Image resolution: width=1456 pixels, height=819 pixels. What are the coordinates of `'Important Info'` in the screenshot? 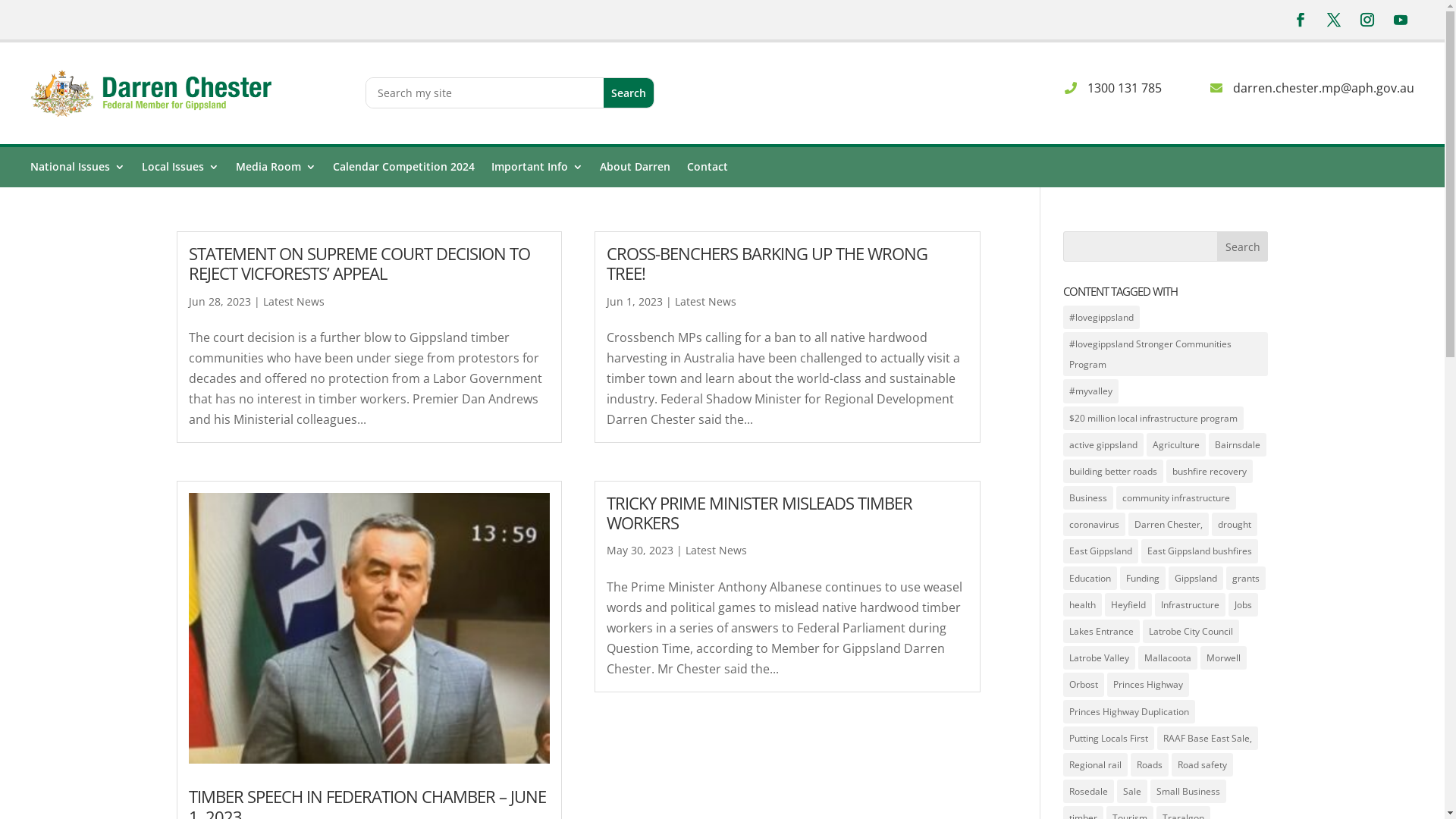 It's located at (537, 169).